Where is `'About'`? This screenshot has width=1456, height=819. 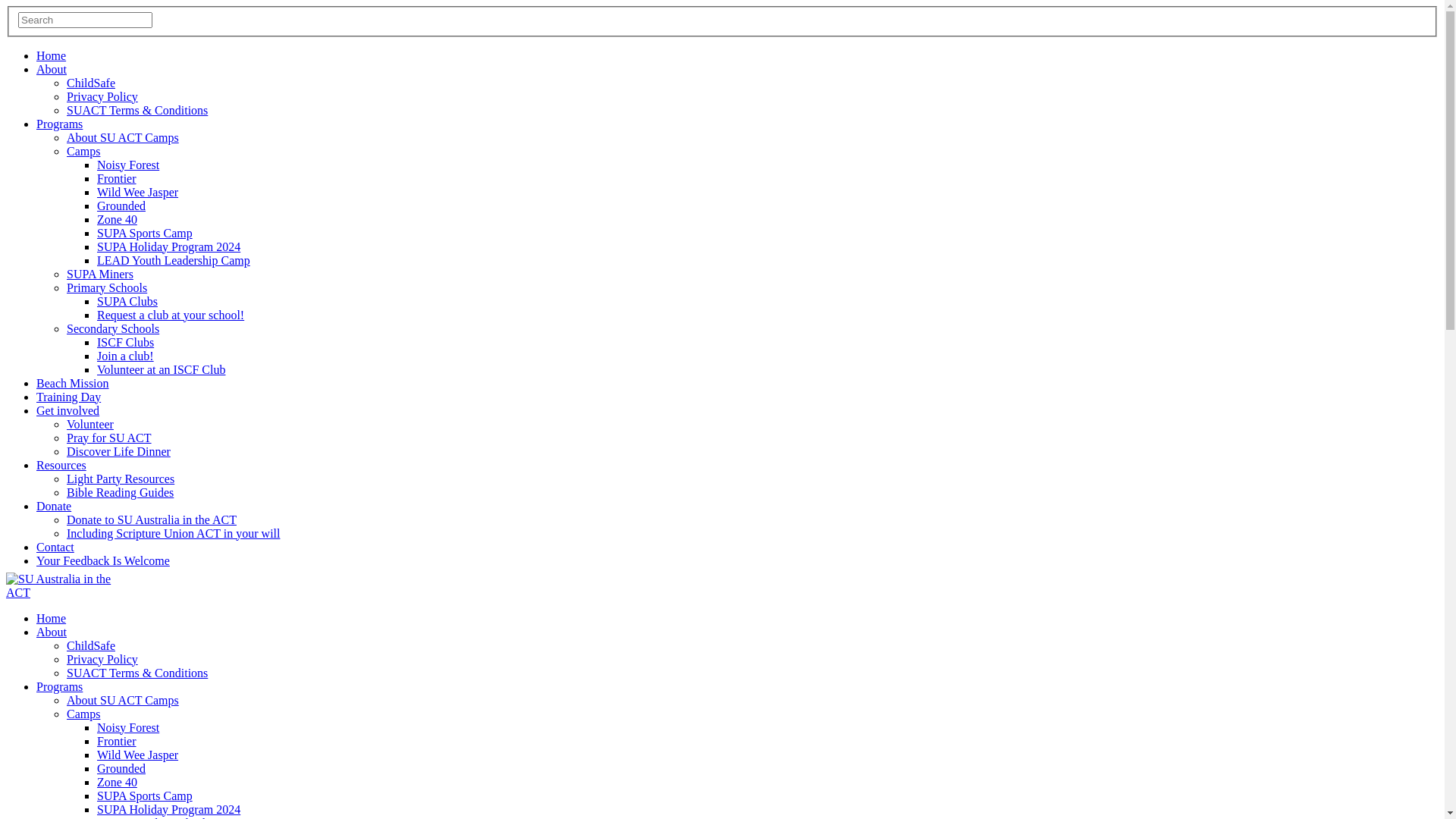
'About' is located at coordinates (51, 632).